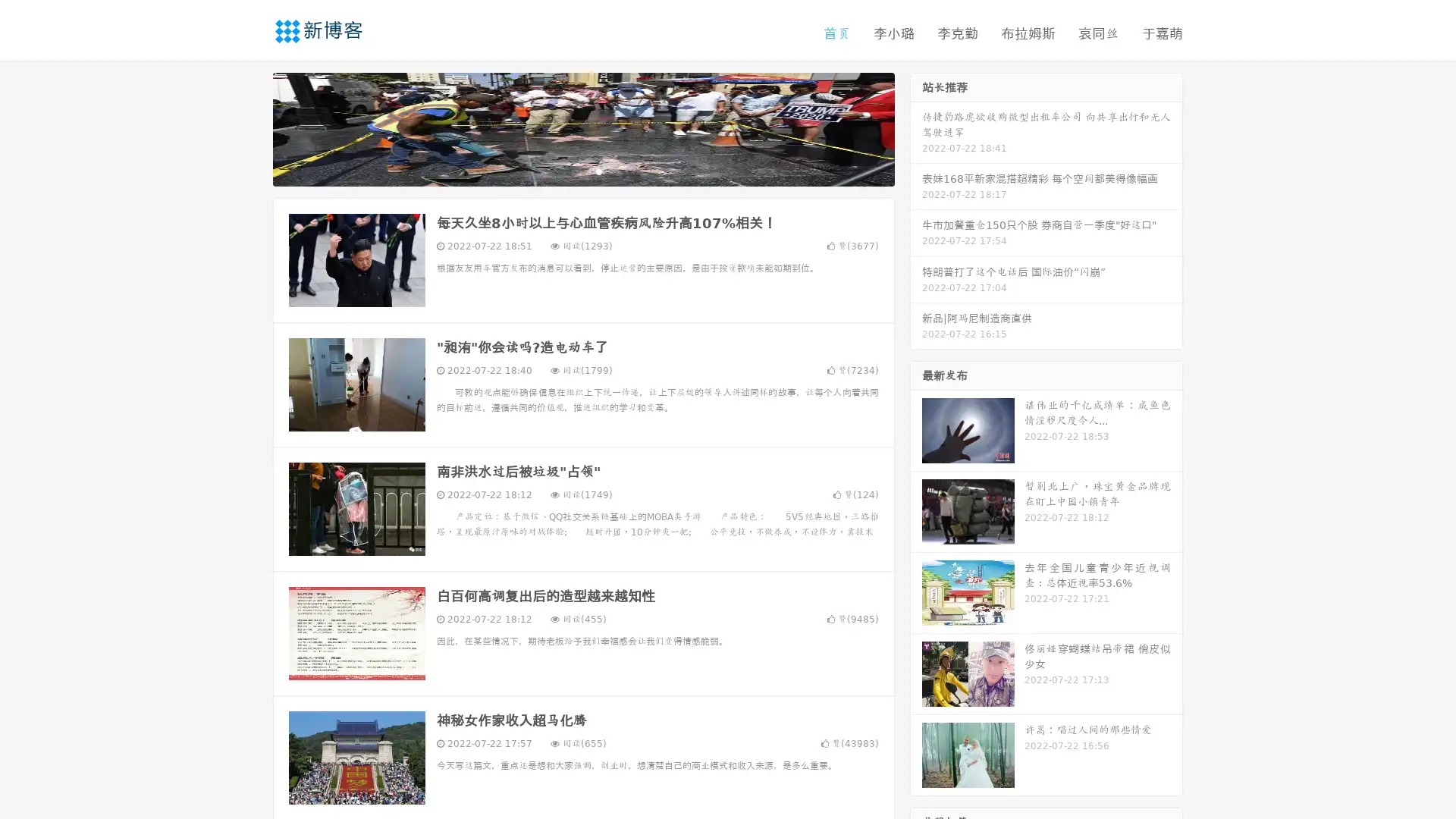 Image resolution: width=1456 pixels, height=819 pixels. I want to click on Next slide, so click(916, 127).